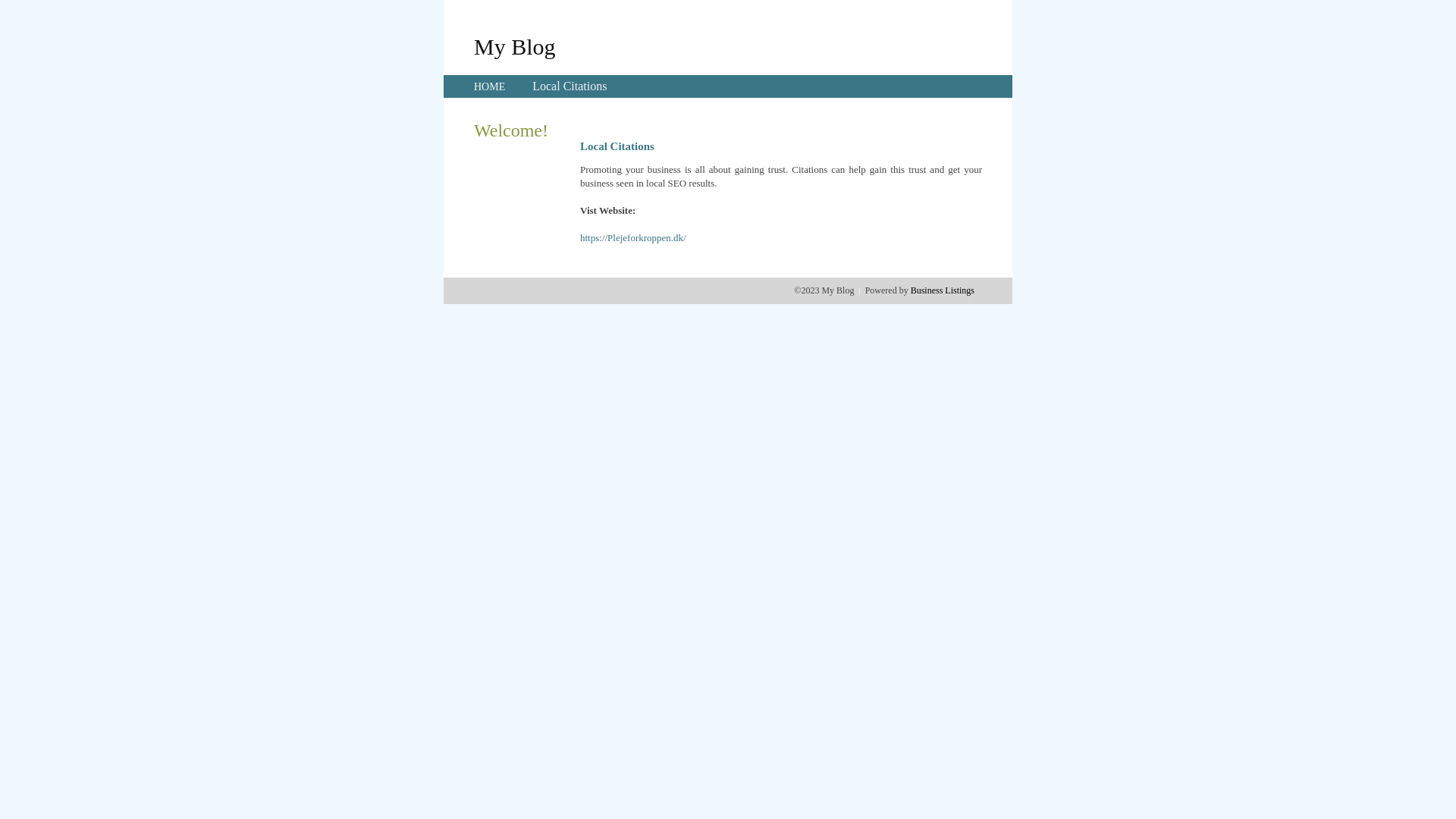 The height and width of the screenshot is (819, 1456). What do you see at coordinates (942, 290) in the screenshot?
I see `'Business Listings'` at bounding box center [942, 290].